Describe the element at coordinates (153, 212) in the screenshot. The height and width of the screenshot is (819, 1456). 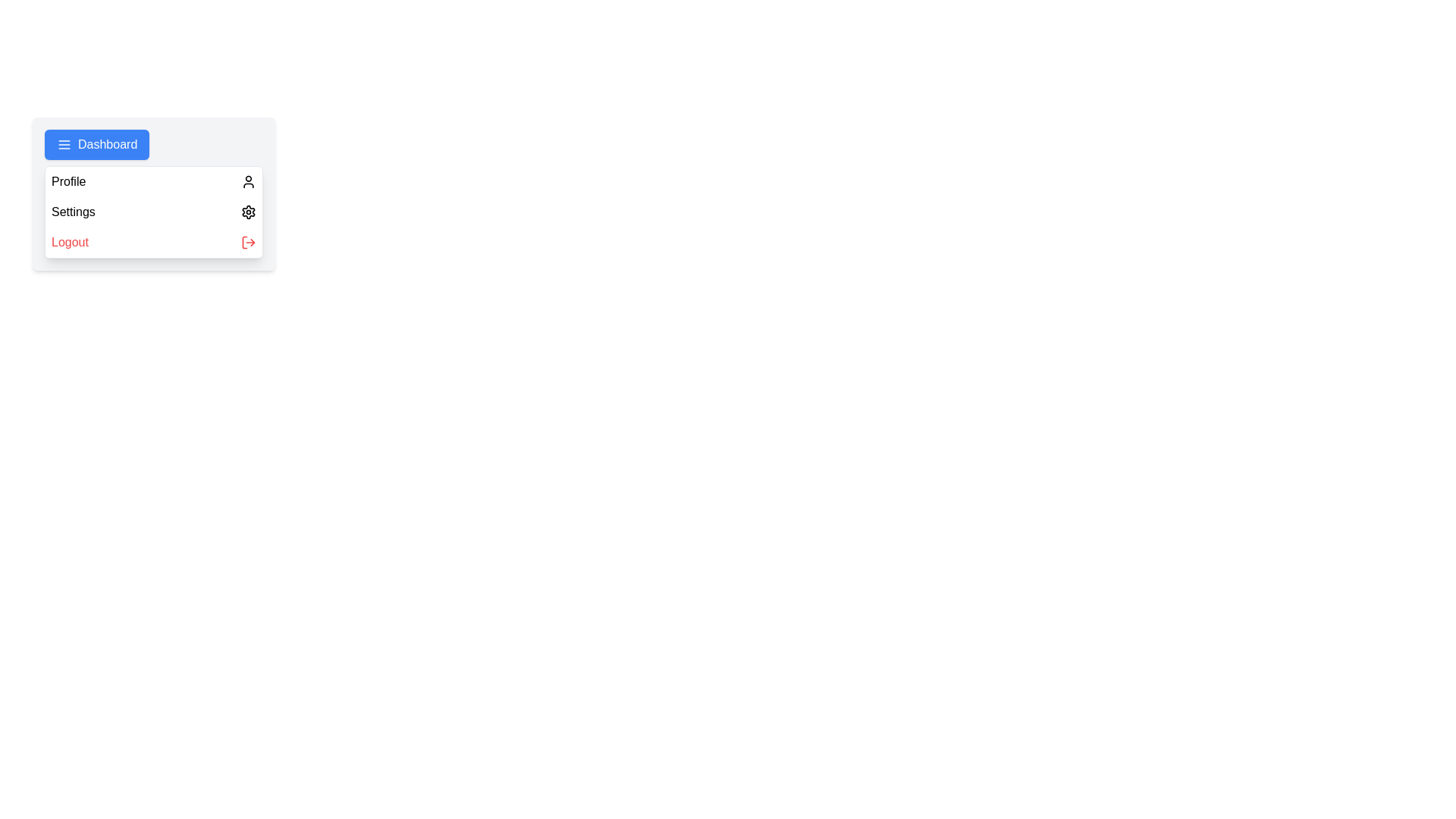
I see `the 'Settings' menu item to select it` at that location.